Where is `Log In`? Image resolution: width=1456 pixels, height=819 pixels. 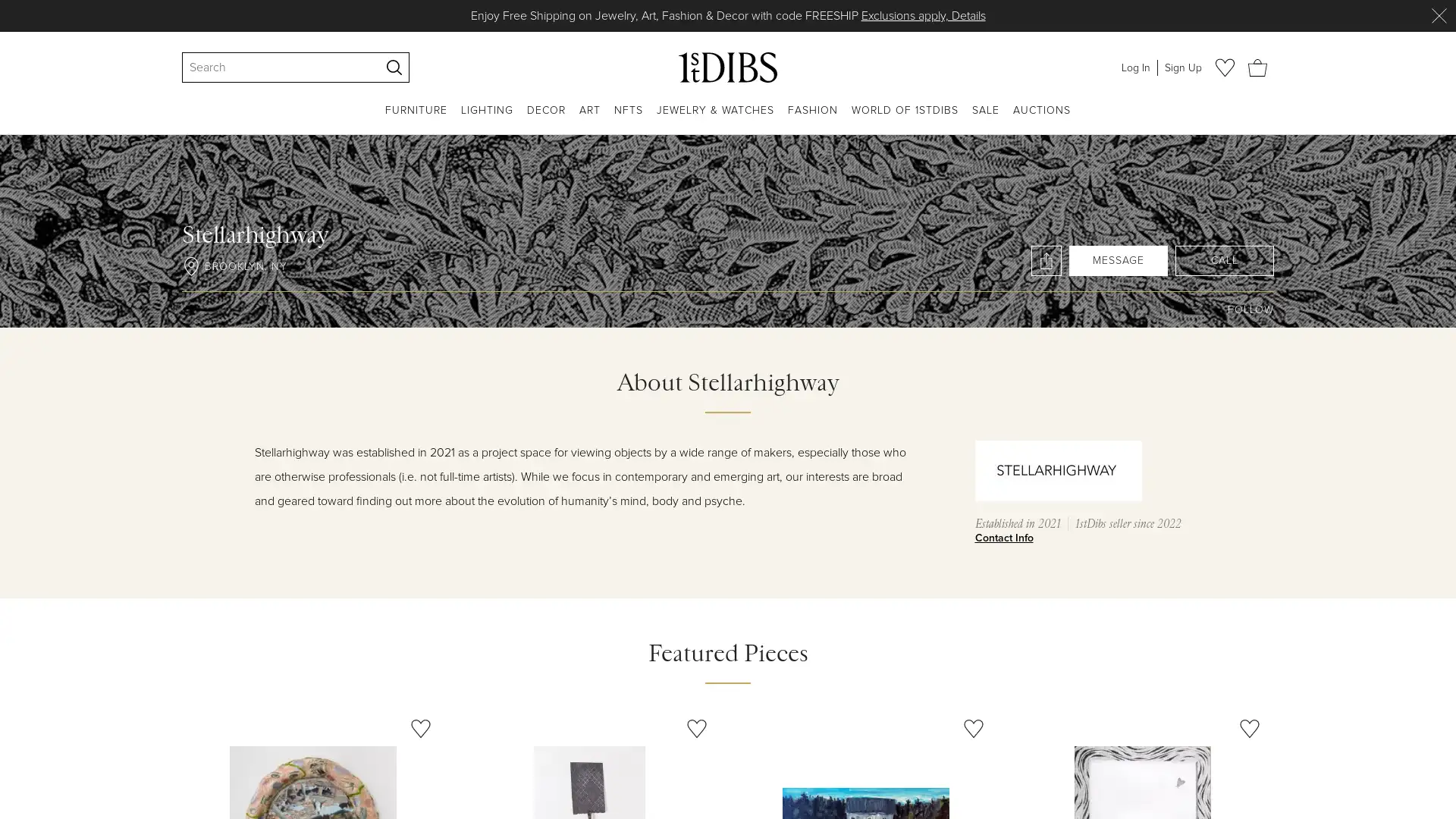
Log In is located at coordinates (1135, 66).